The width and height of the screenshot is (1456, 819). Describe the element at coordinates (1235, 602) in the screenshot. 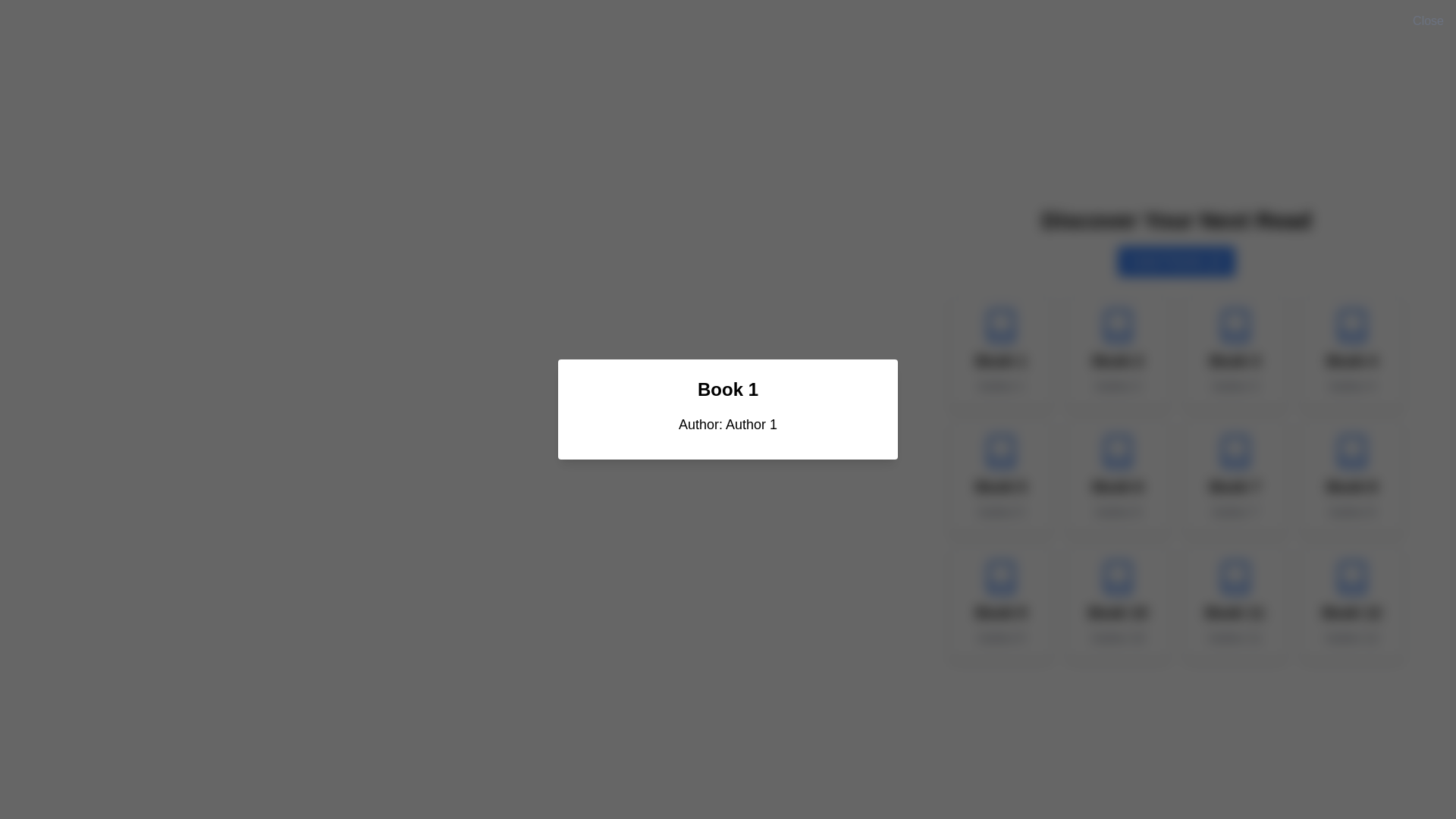

I see `the book information card located in the third cell of the fourth row, which provides details about the book's title and author` at that location.